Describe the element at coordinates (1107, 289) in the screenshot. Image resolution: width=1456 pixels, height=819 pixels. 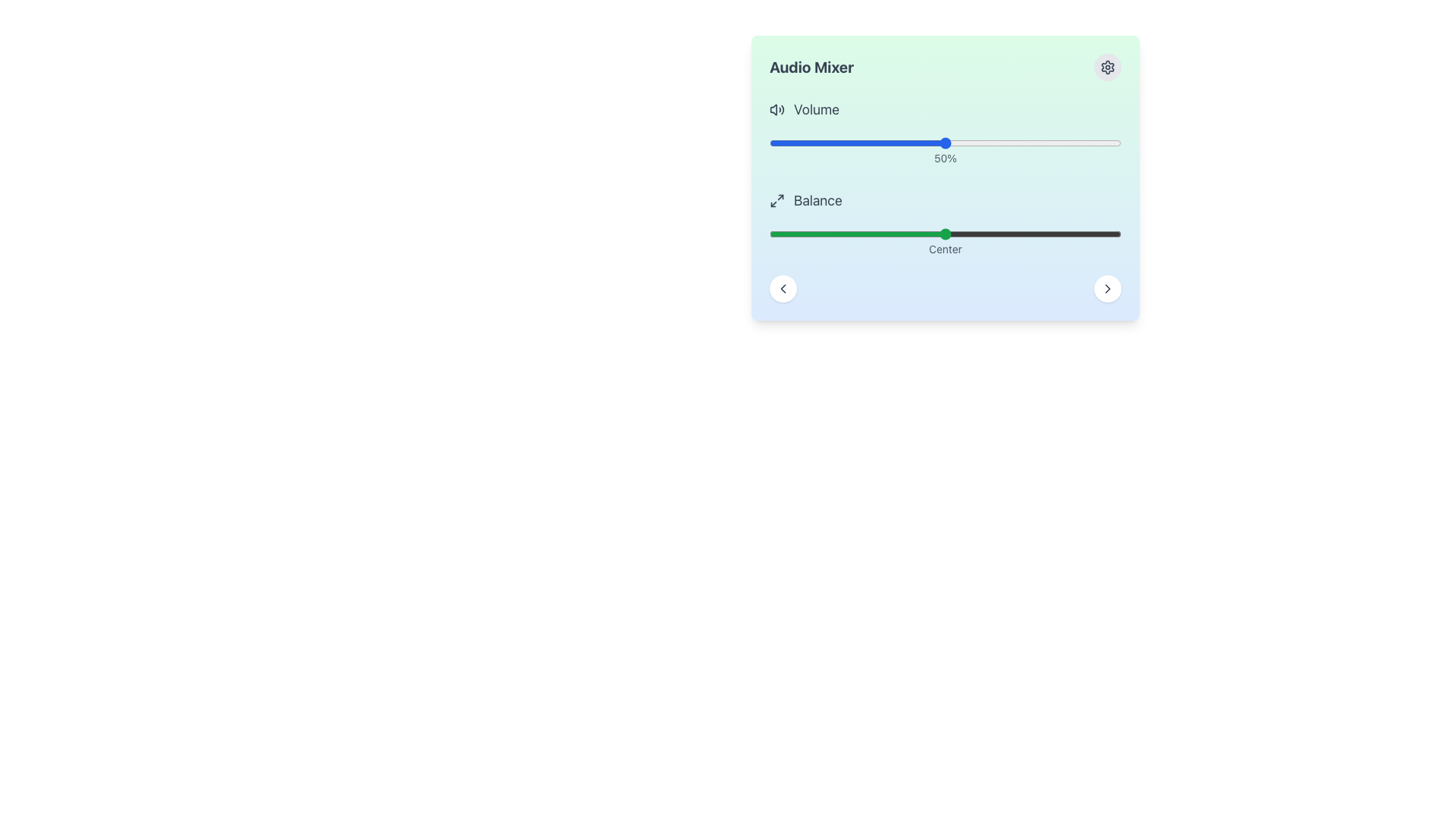
I see `the right-facing chevron icon with a thin stroke and gray color, located in the bottom-right corner of the control panel` at that location.